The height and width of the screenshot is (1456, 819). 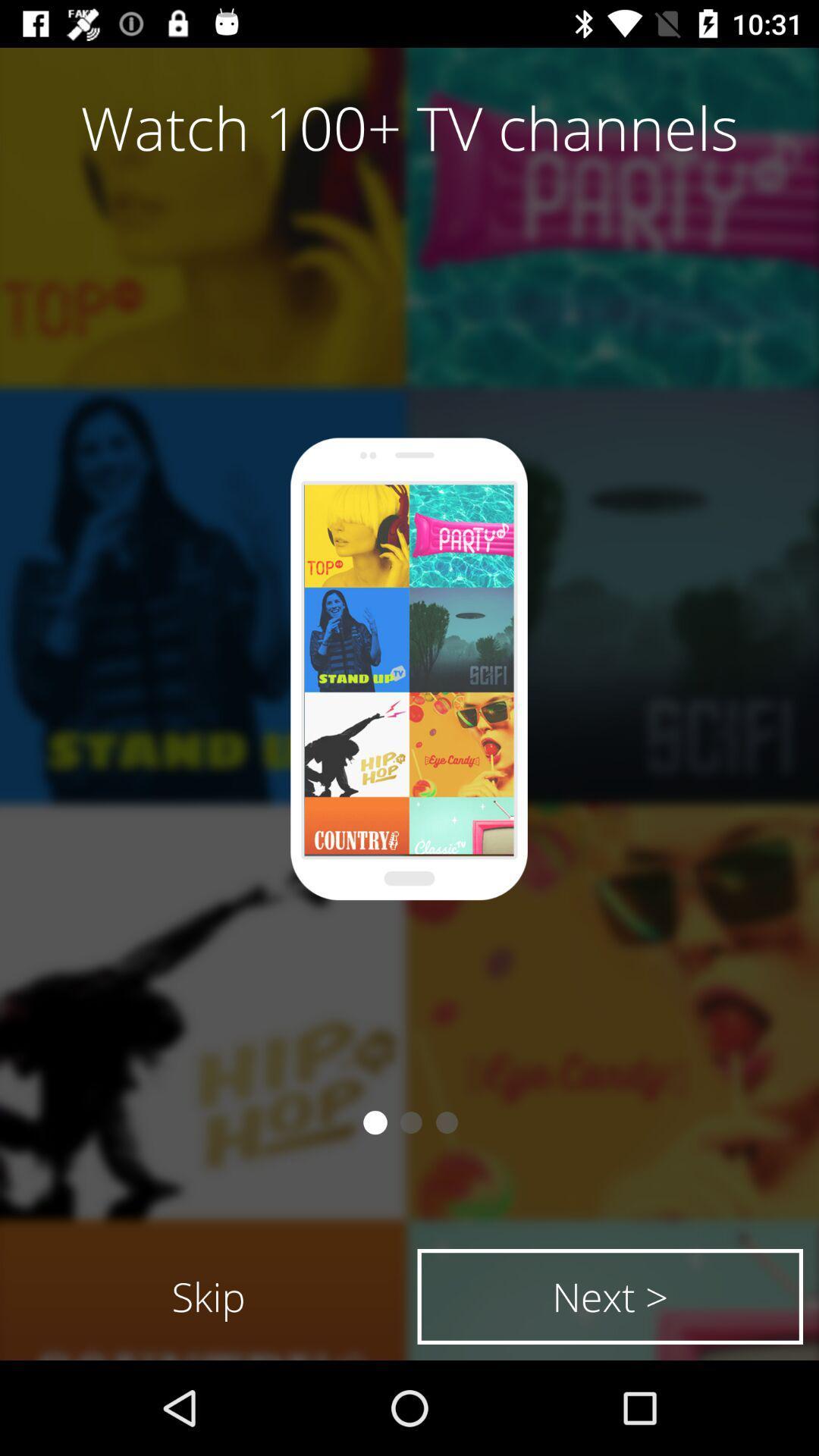 What do you see at coordinates (209, 1295) in the screenshot?
I see `icon next to next > item` at bounding box center [209, 1295].